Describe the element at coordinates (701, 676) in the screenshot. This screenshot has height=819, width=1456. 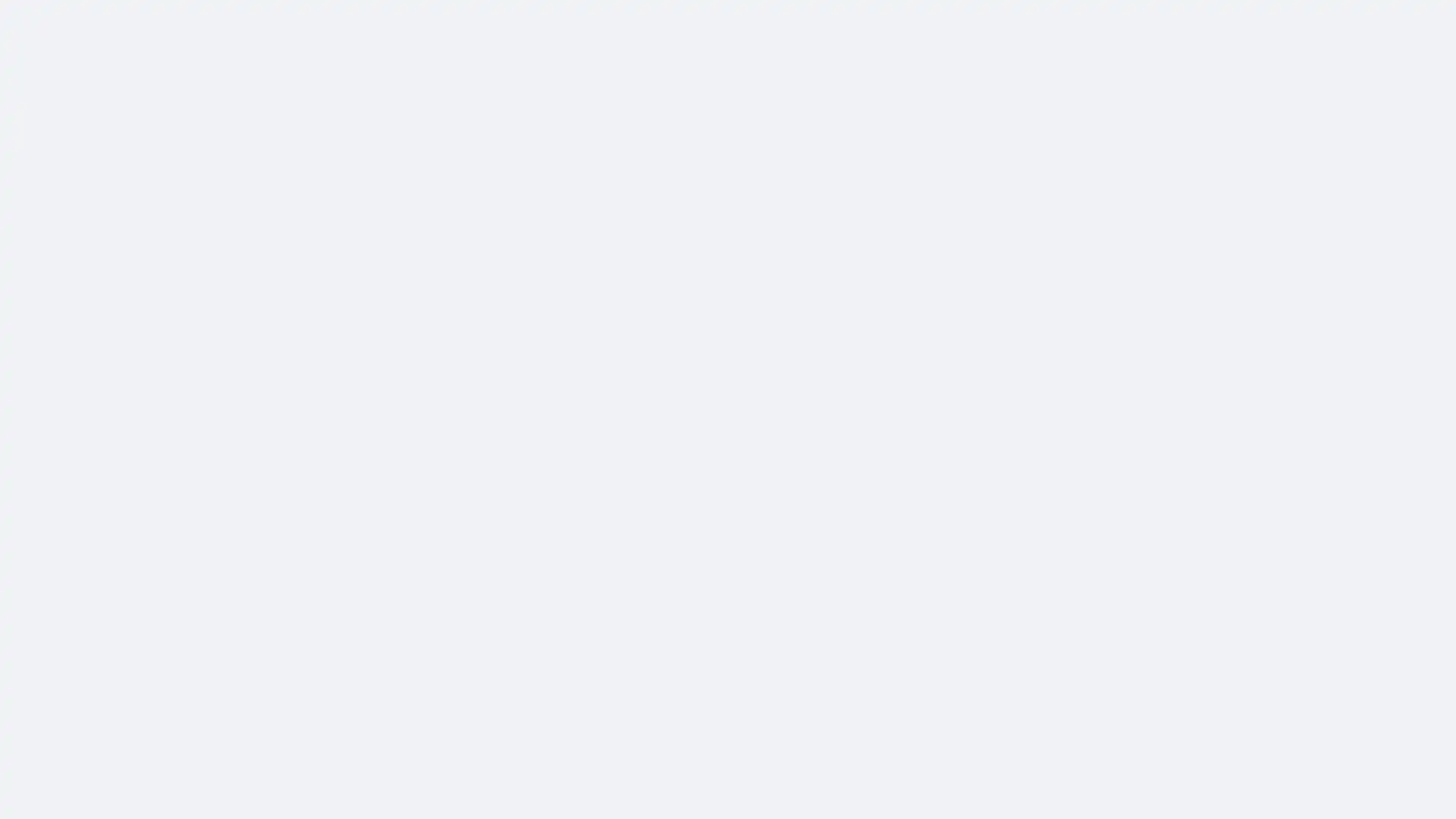
I see `Leuk: 6 personen` at that location.